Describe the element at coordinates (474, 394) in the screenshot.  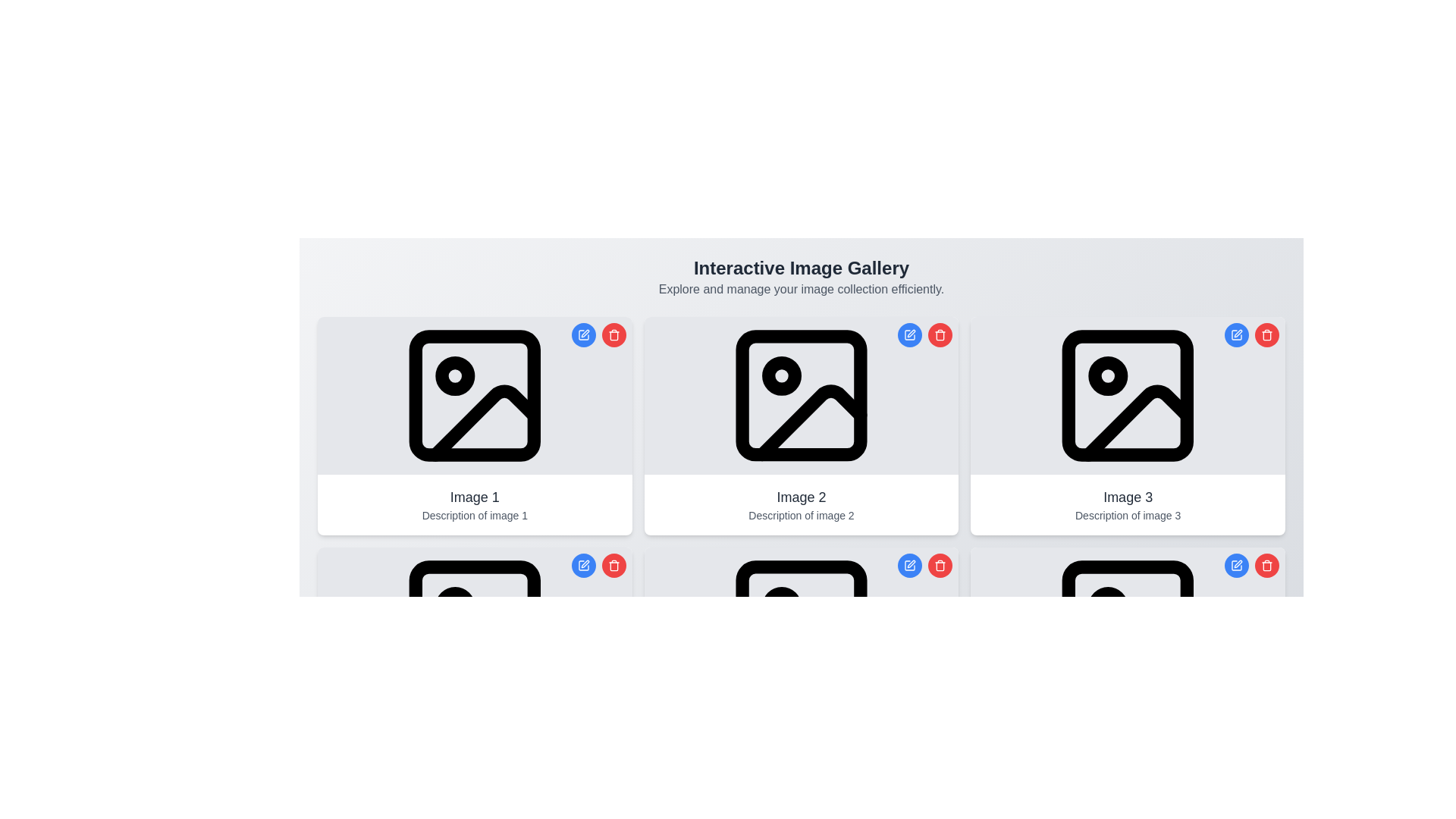
I see `the Image placeholder icon located within the white card labeled 'Image 1' in the first column and first row of the gallery grid` at that location.